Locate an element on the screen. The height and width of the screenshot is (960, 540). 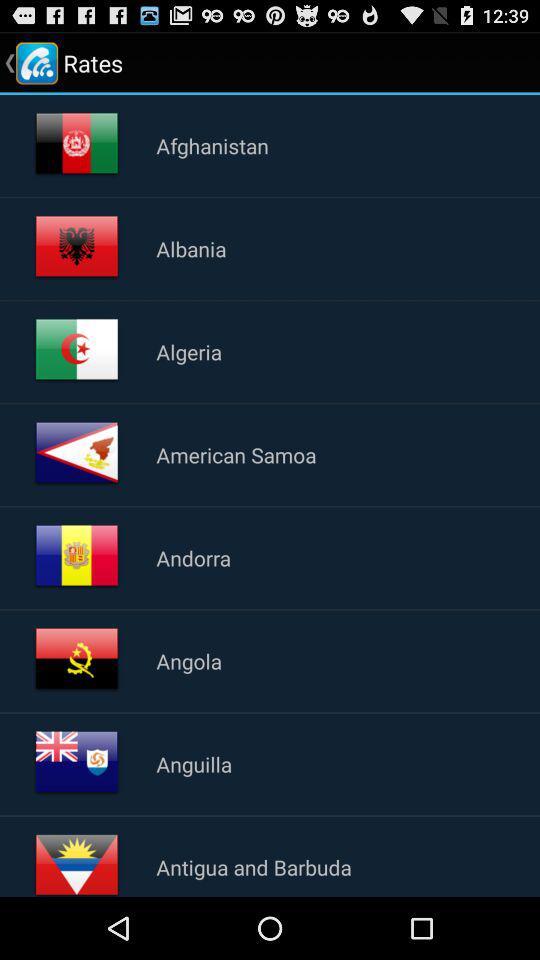
app below albania item is located at coordinates (189, 351).